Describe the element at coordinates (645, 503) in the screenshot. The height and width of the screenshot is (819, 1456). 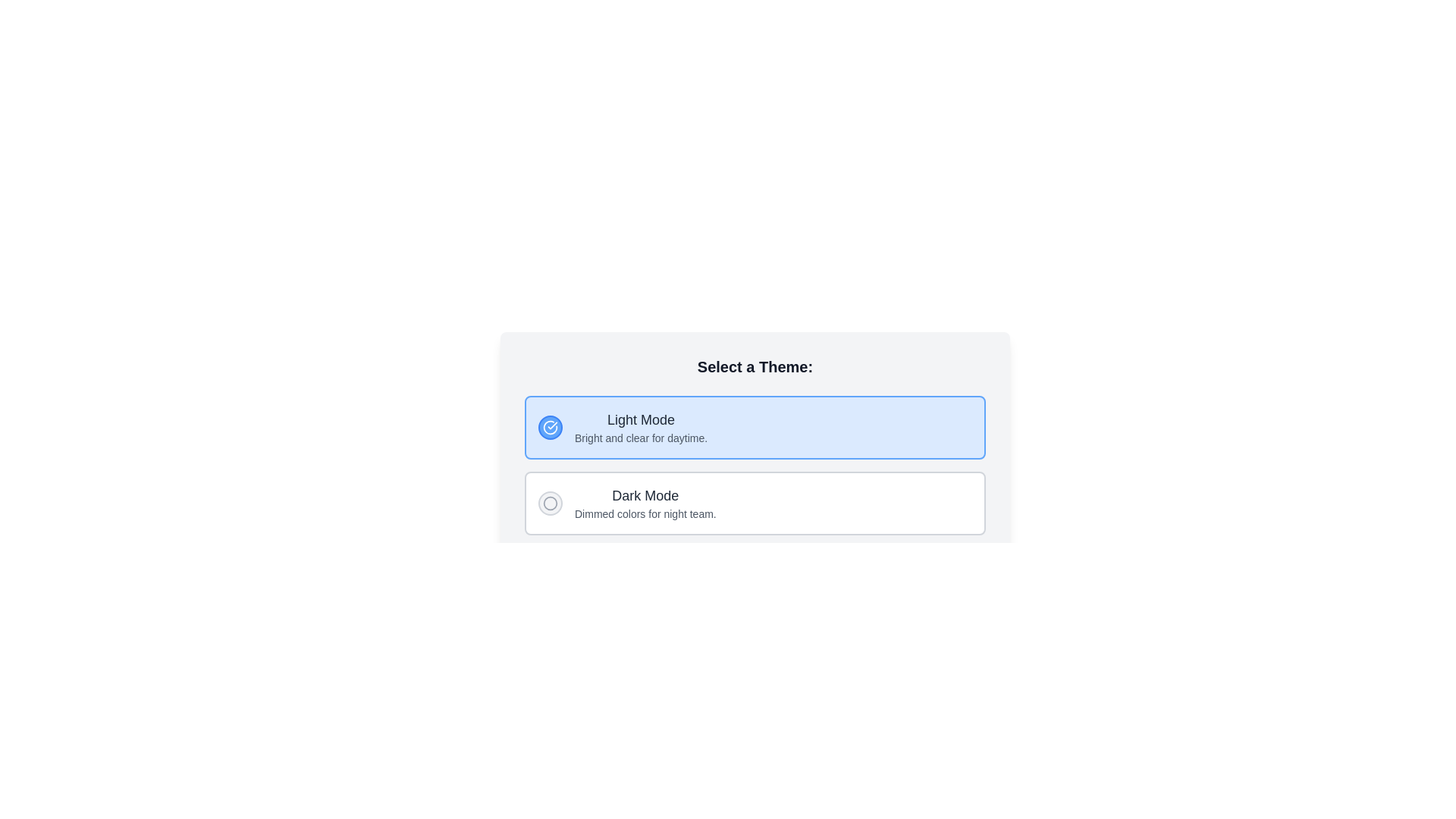
I see `details displayed in the text block for the 'Dark Mode' option in the theme selection menu, located beneath the 'Light Mode' option` at that location.